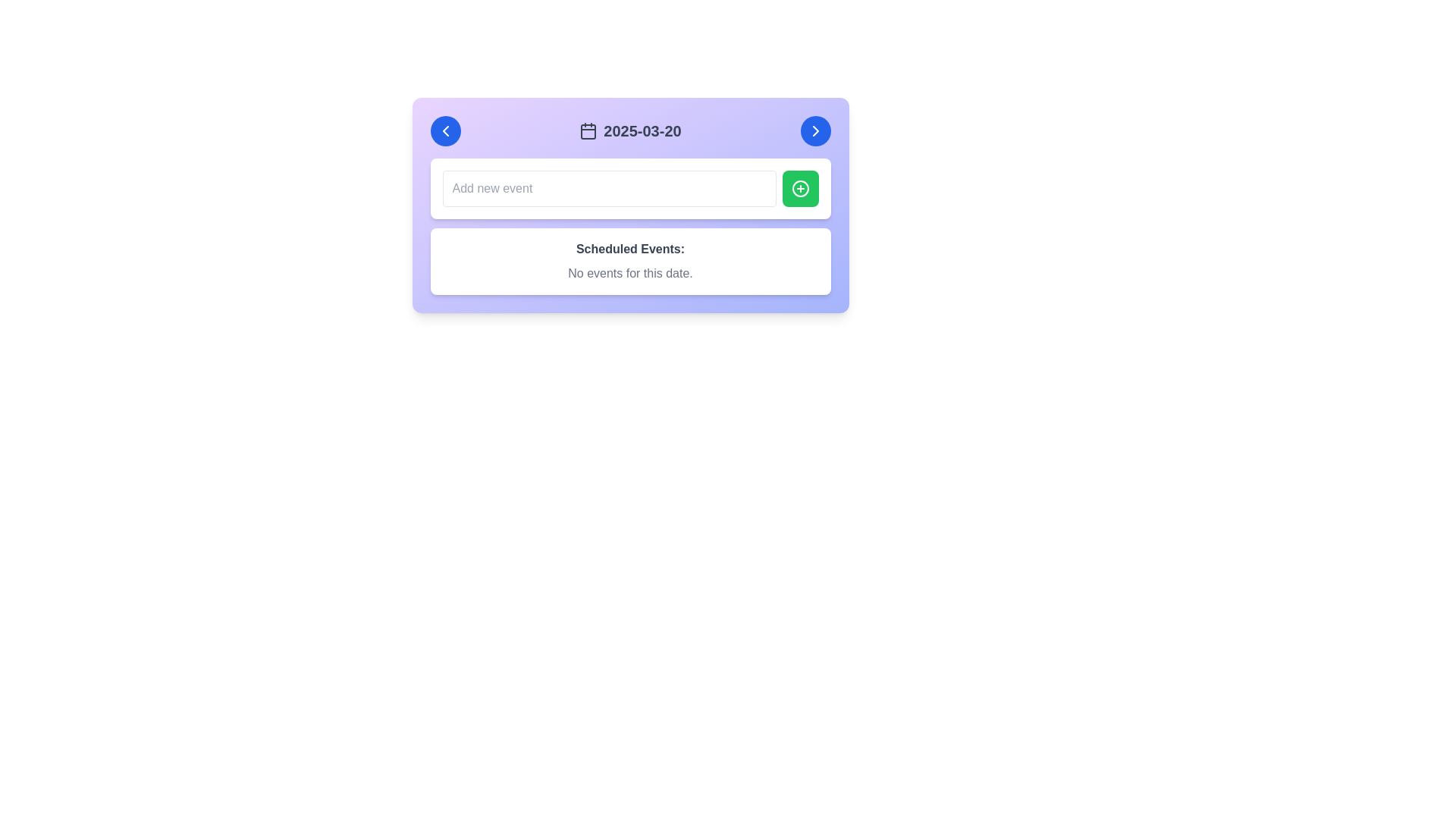  I want to click on the circular button containing the leftward-pointing chevron arrow icon for visual feedback, so click(444, 130).